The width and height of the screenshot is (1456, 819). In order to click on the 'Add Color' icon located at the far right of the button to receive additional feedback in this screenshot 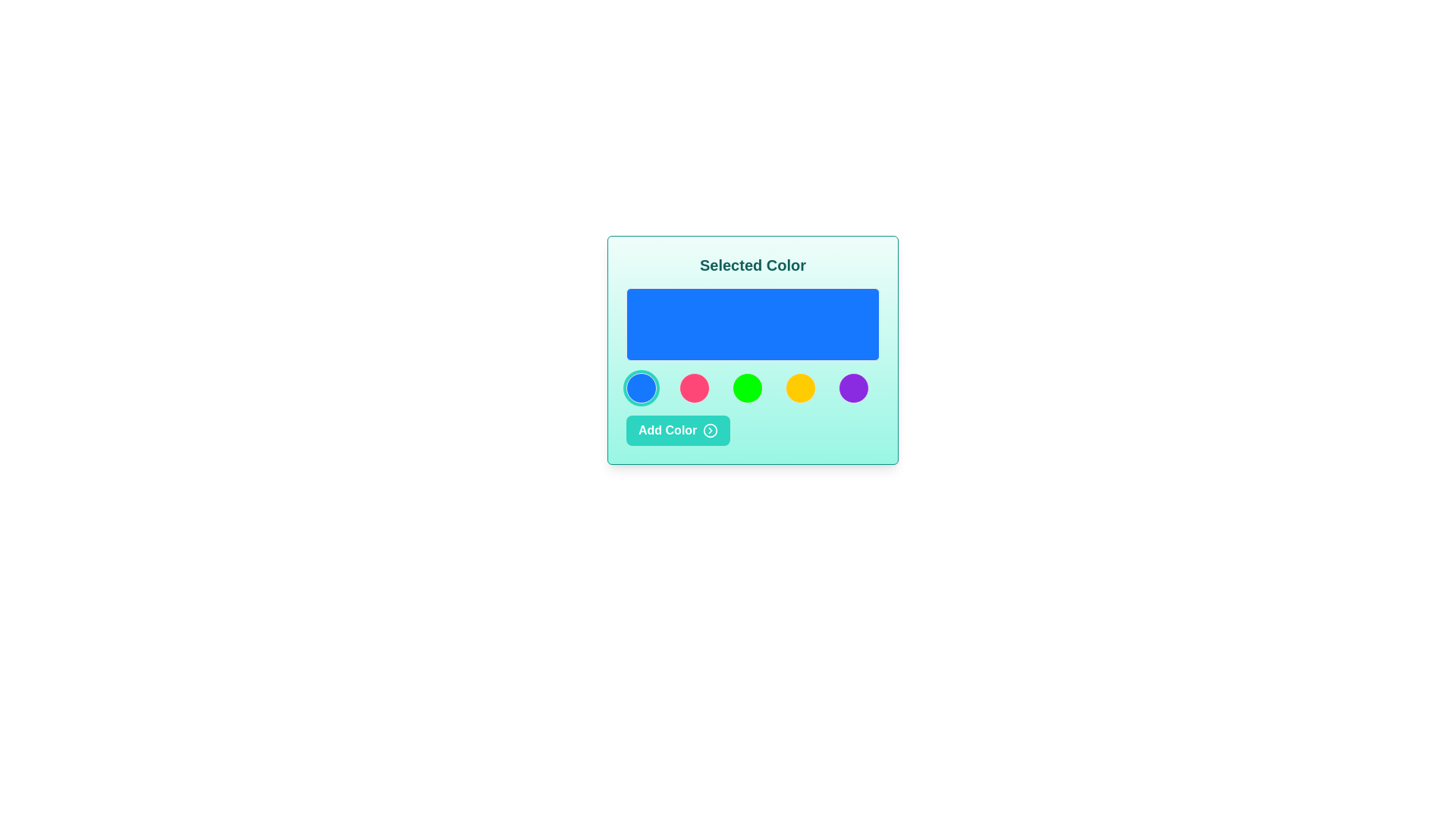, I will do `click(710, 430)`.